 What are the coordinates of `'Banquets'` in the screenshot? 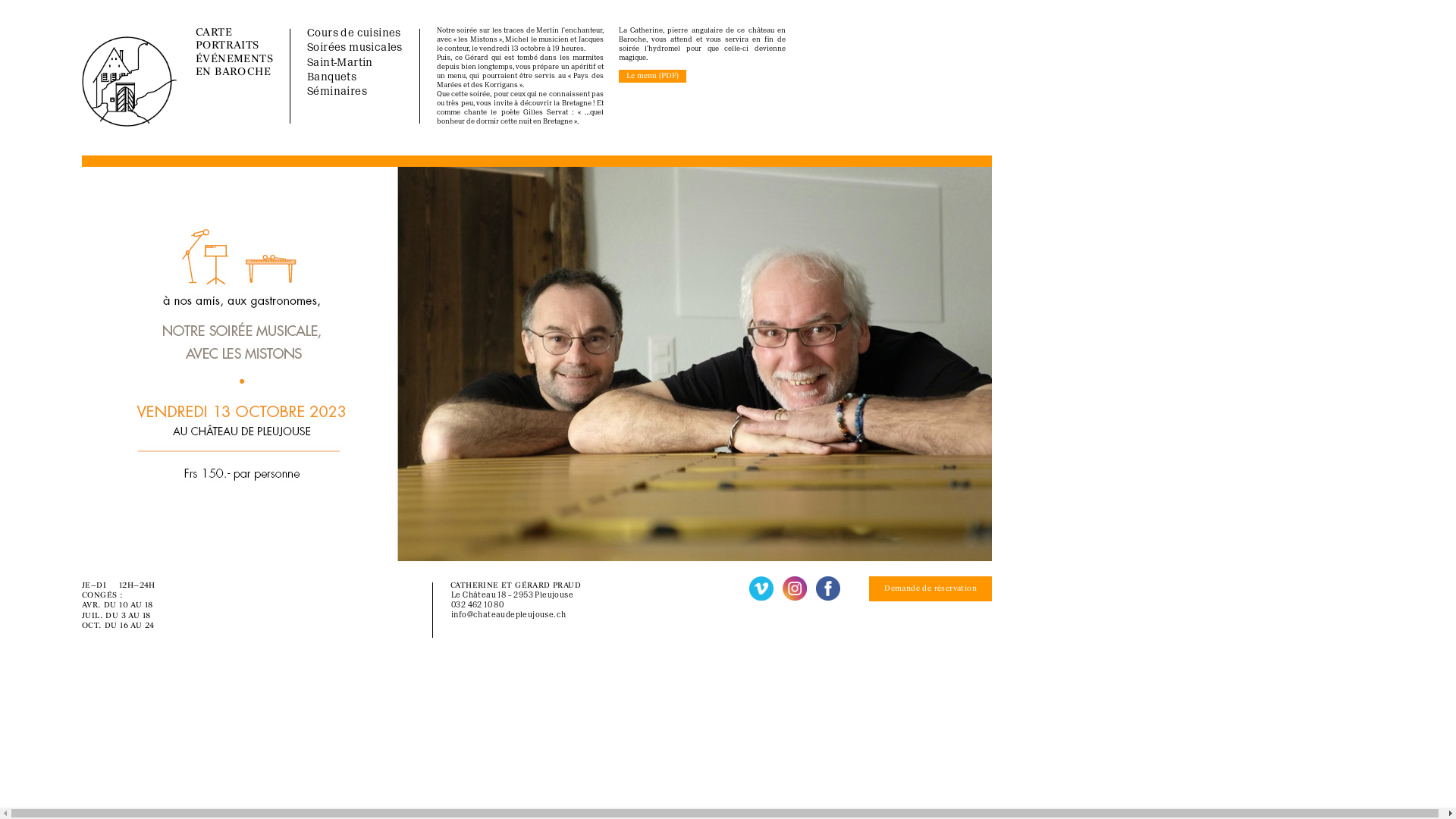 It's located at (306, 77).